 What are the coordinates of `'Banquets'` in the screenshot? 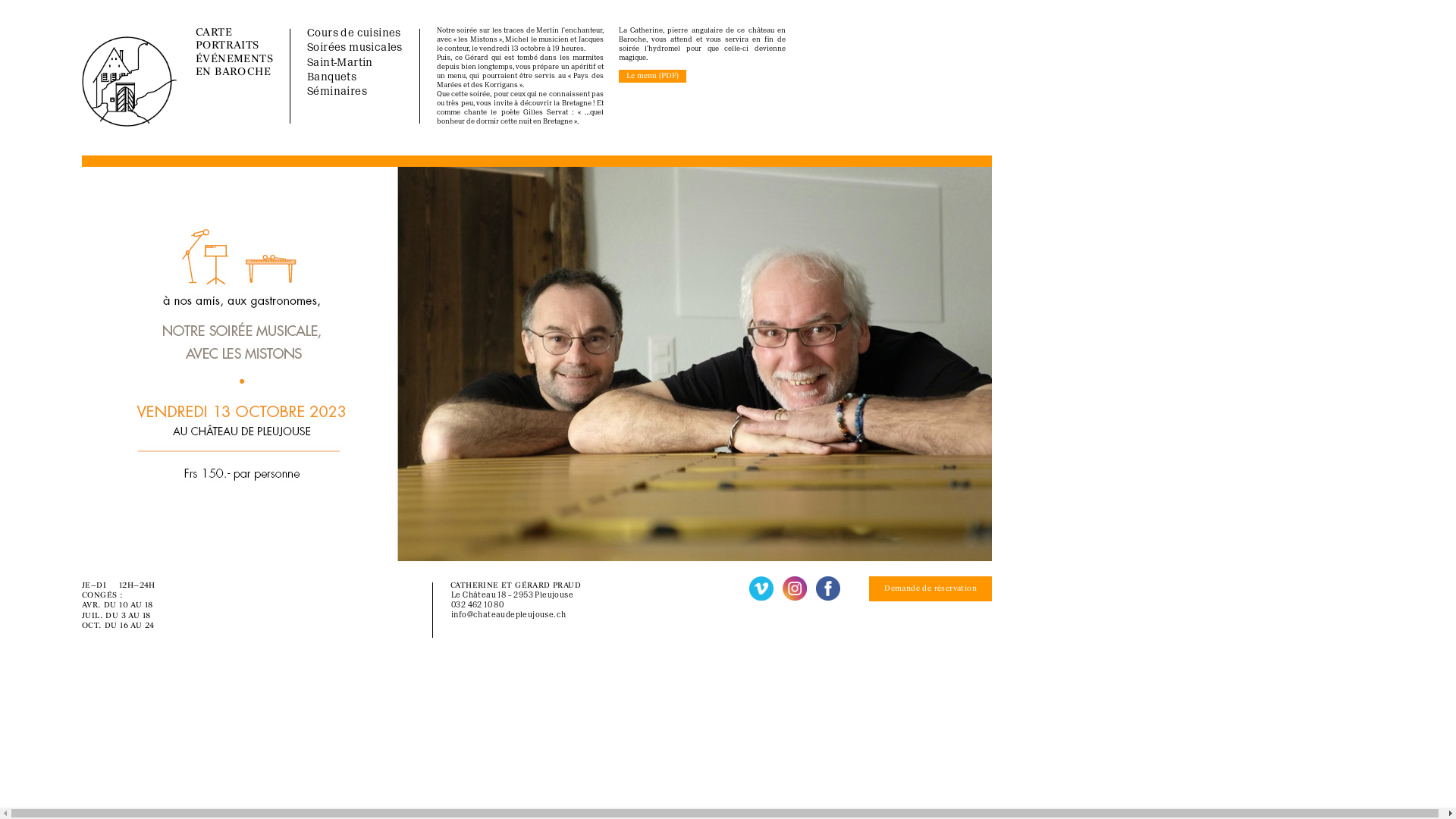 It's located at (306, 77).